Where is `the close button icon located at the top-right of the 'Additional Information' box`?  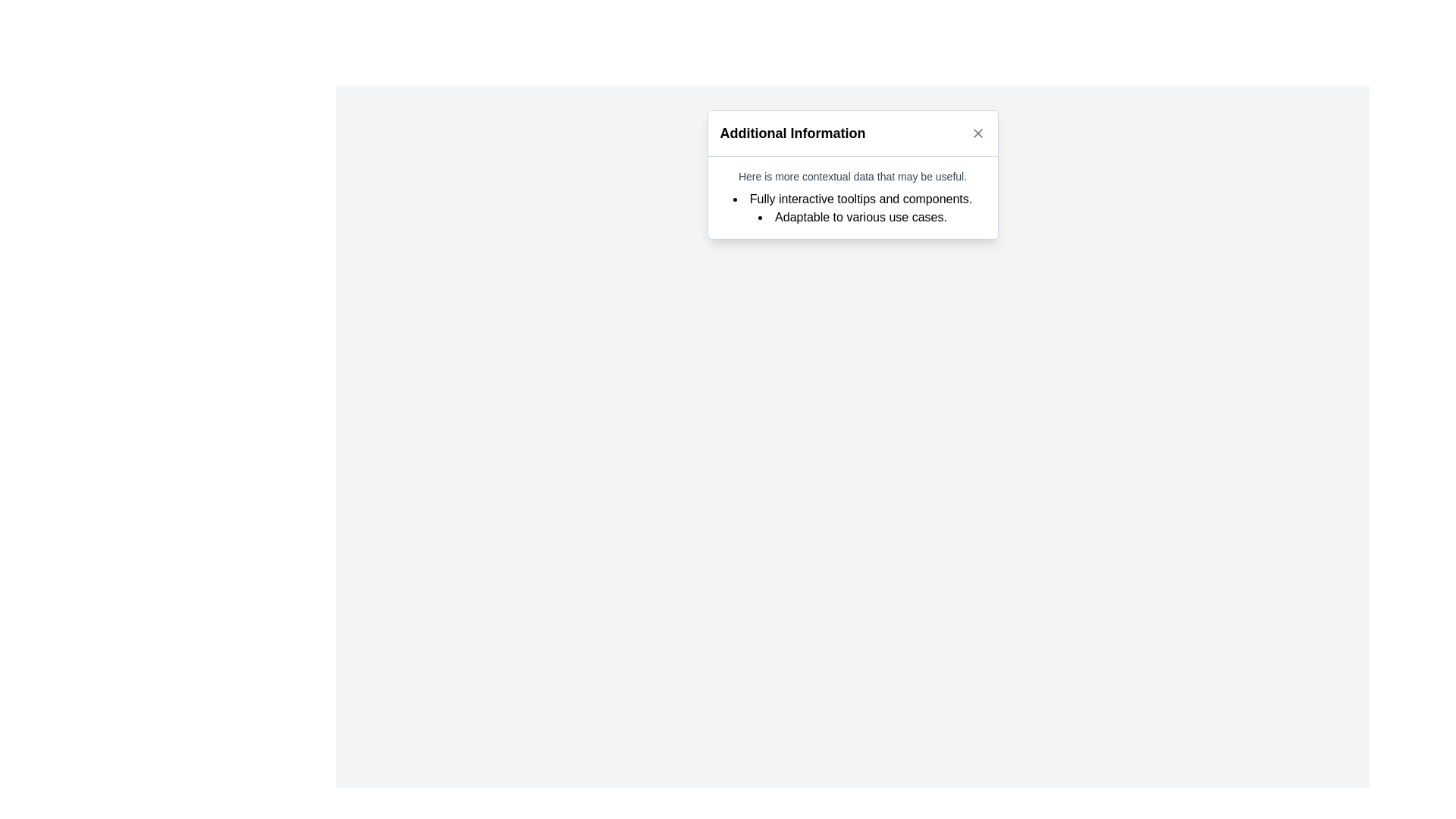
the close button icon located at the top-right of the 'Additional Information' box is located at coordinates (977, 133).